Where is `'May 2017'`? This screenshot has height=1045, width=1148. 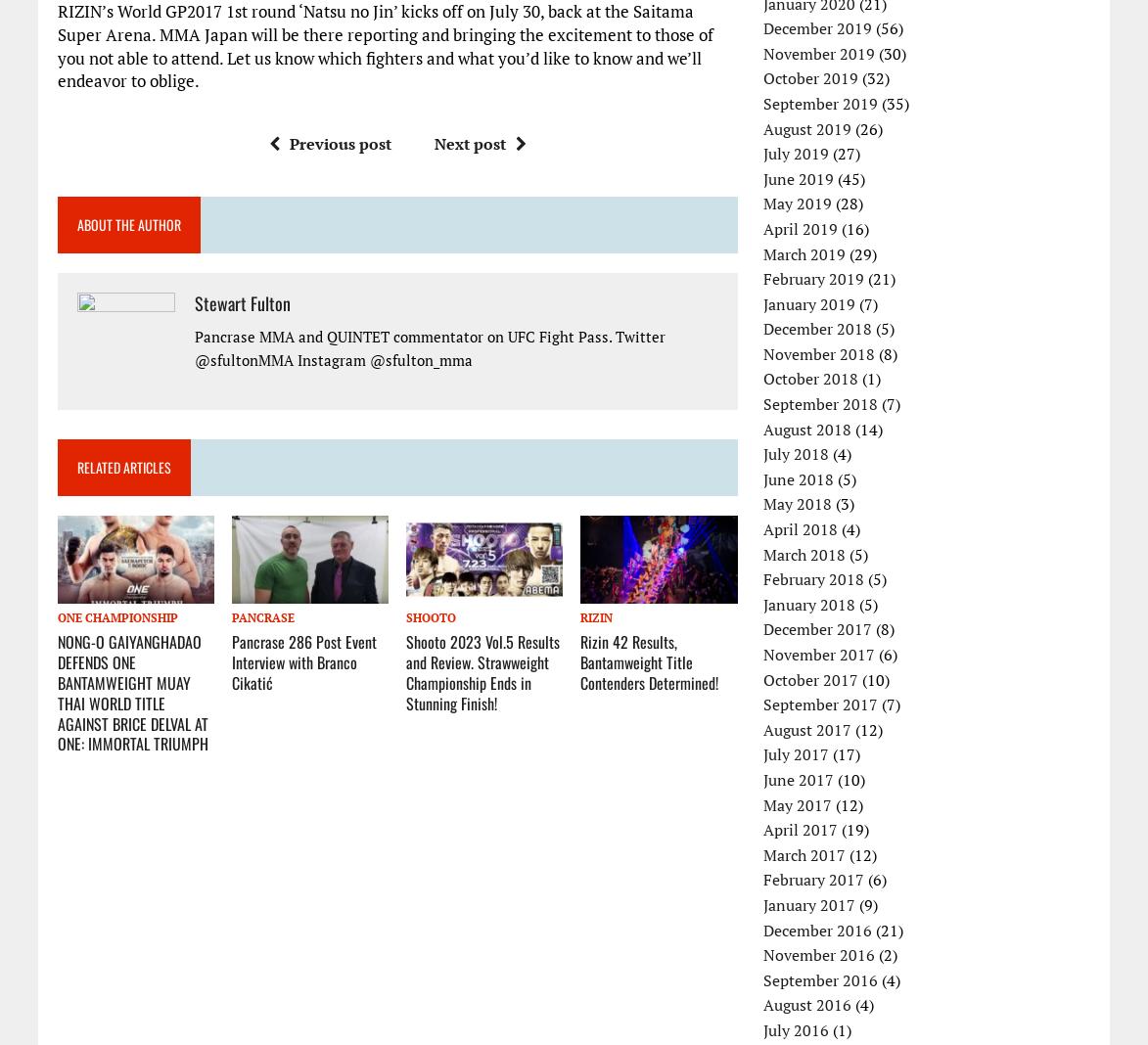 'May 2017' is located at coordinates (798, 803).